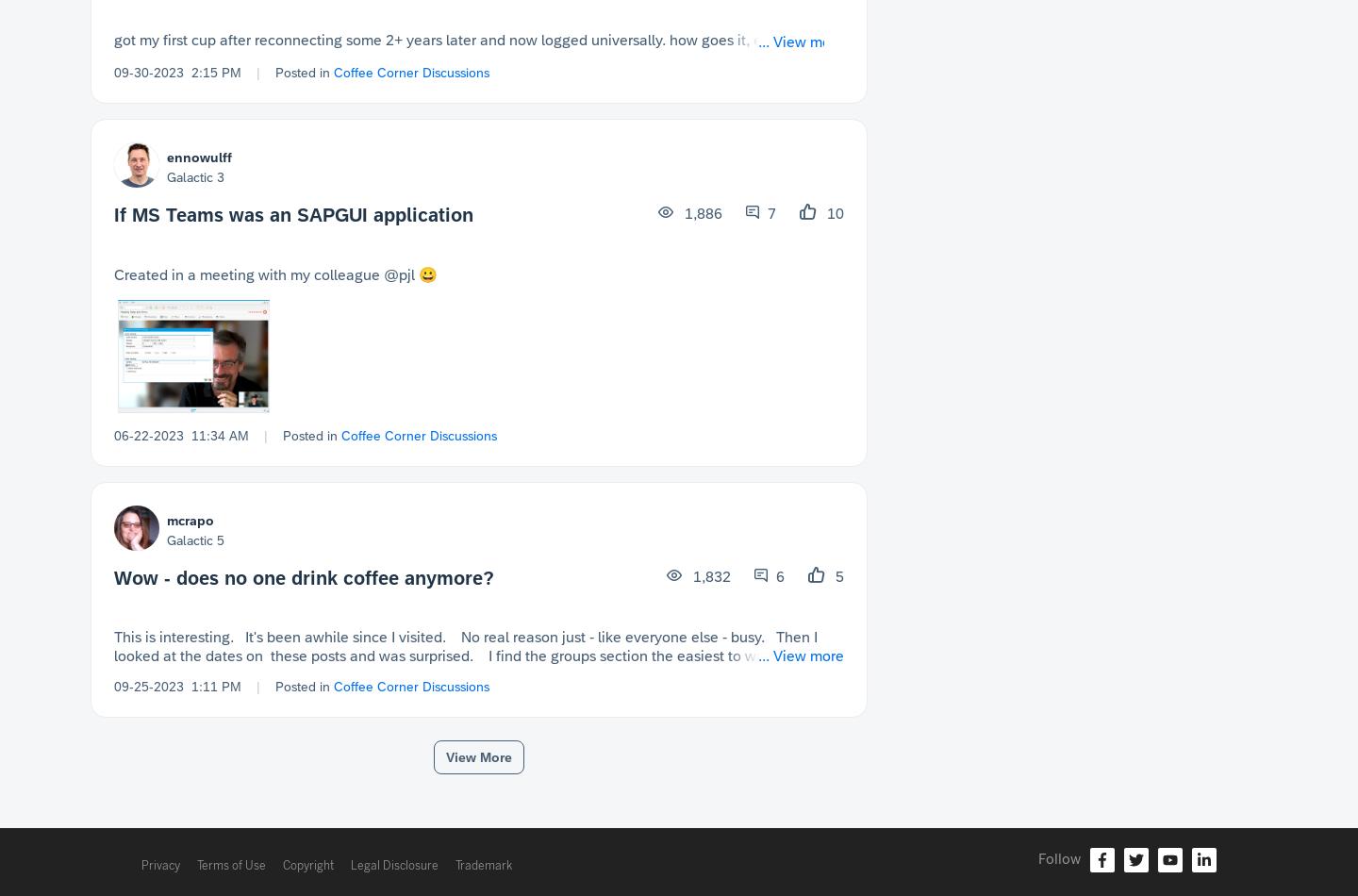  What do you see at coordinates (833, 212) in the screenshot?
I see `'10'` at bounding box center [833, 212].